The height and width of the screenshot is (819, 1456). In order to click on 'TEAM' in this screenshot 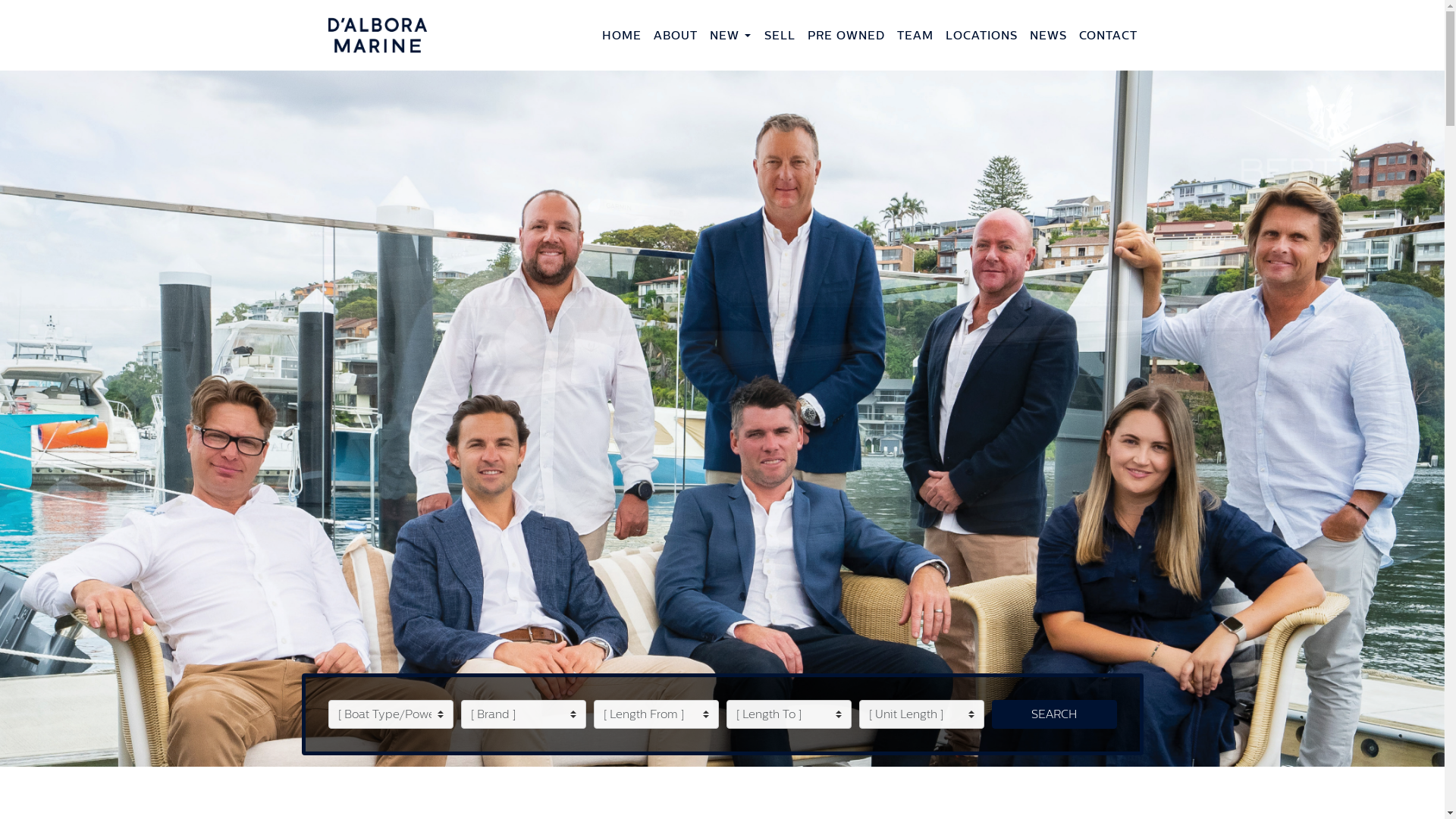, I will do `click(890, 34)`.